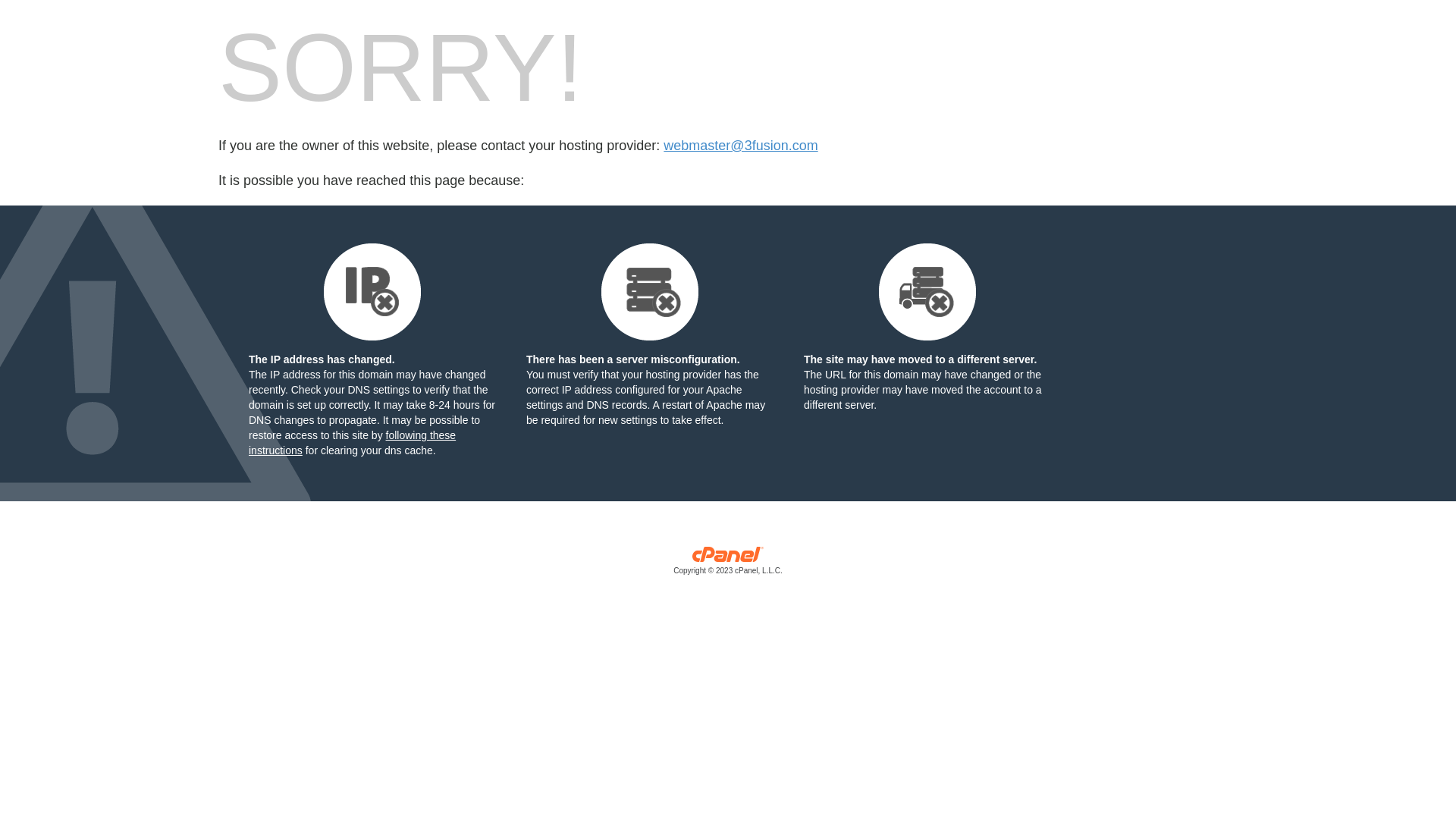 Image resolution: width=1456 pixels, height=819 pixels. I want to click on 'webmaster@3fusion.com', so click(740, 146).